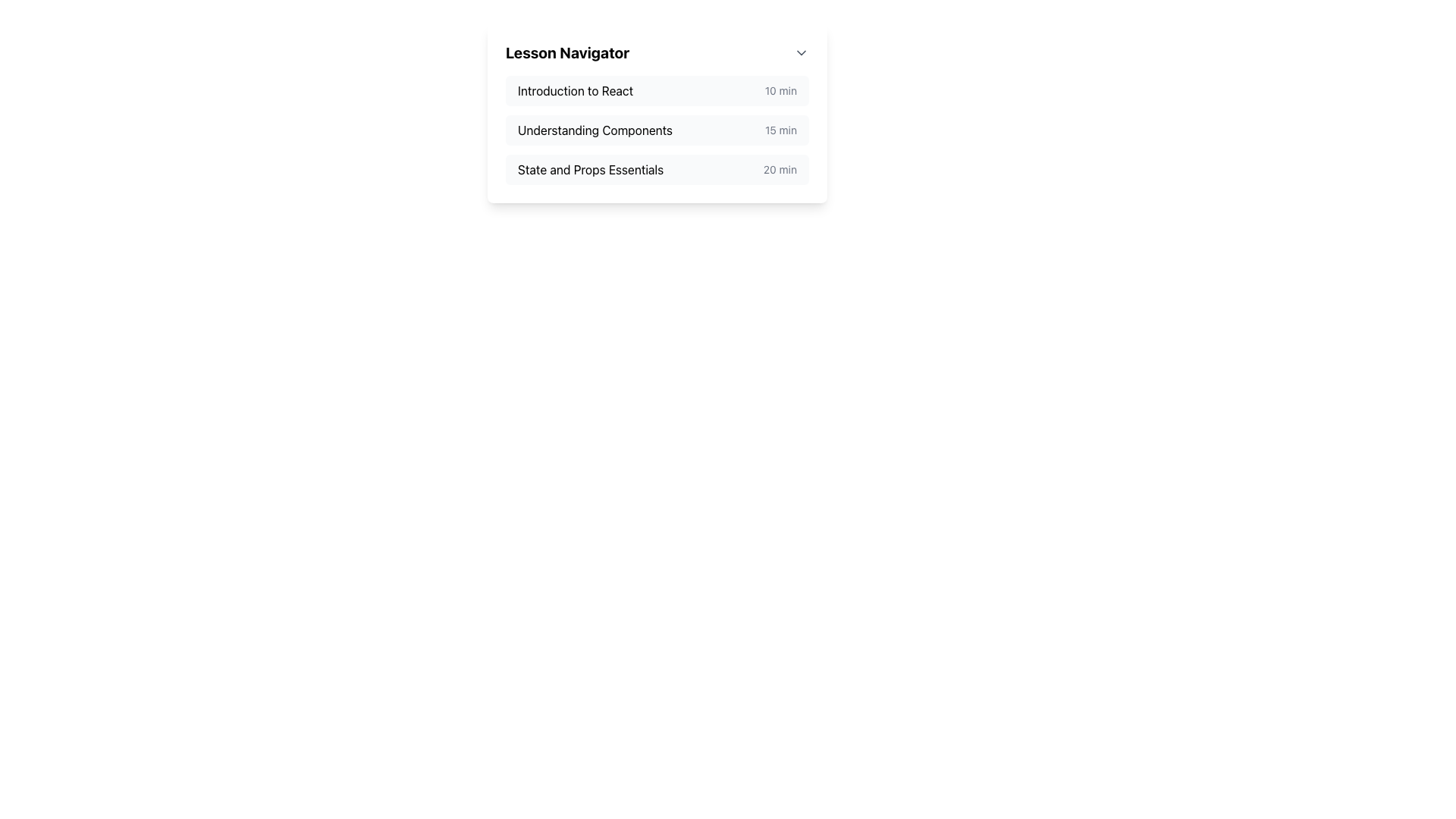 Image resolution: width=1456 pixels, height=819 pixels. What do you see at coordinates (800, 52) in the screenshot?
I see `the dropdown toggle button represented by a downward-pointing chevron symbol located in the upper-right corner of the 'Lesson Navigator' header to change the icon's color from gray to blue` at bounding box center [800, 52].